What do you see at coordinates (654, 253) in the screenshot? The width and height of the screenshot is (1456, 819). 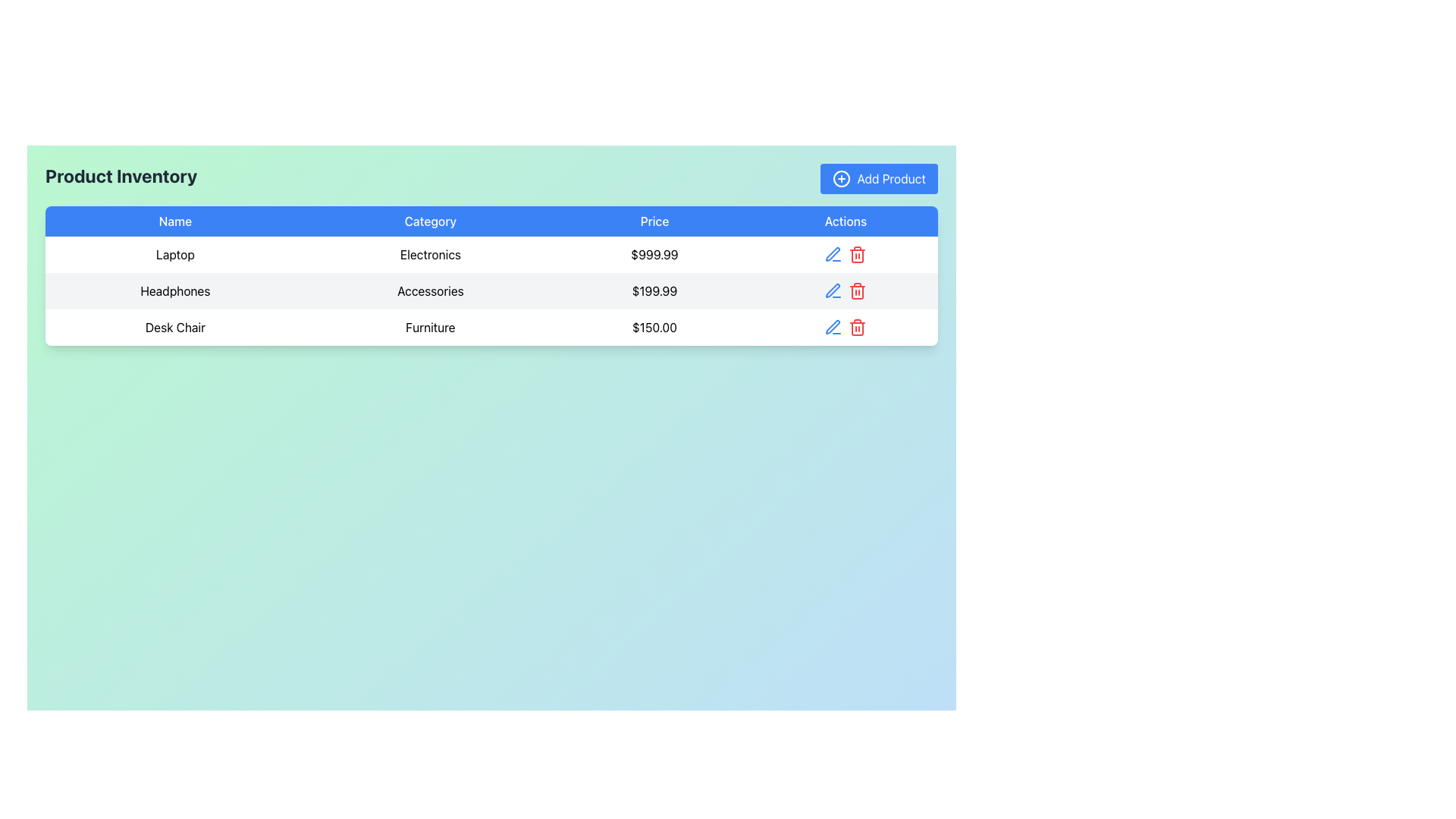 I see `price displayed for the product in the 'Laptop' category, which is located in the pricing column of the product table, specifically in the row labeled 'Laptop', 'Electronics', and is the third element from the left` at bounding box center [654, 253].